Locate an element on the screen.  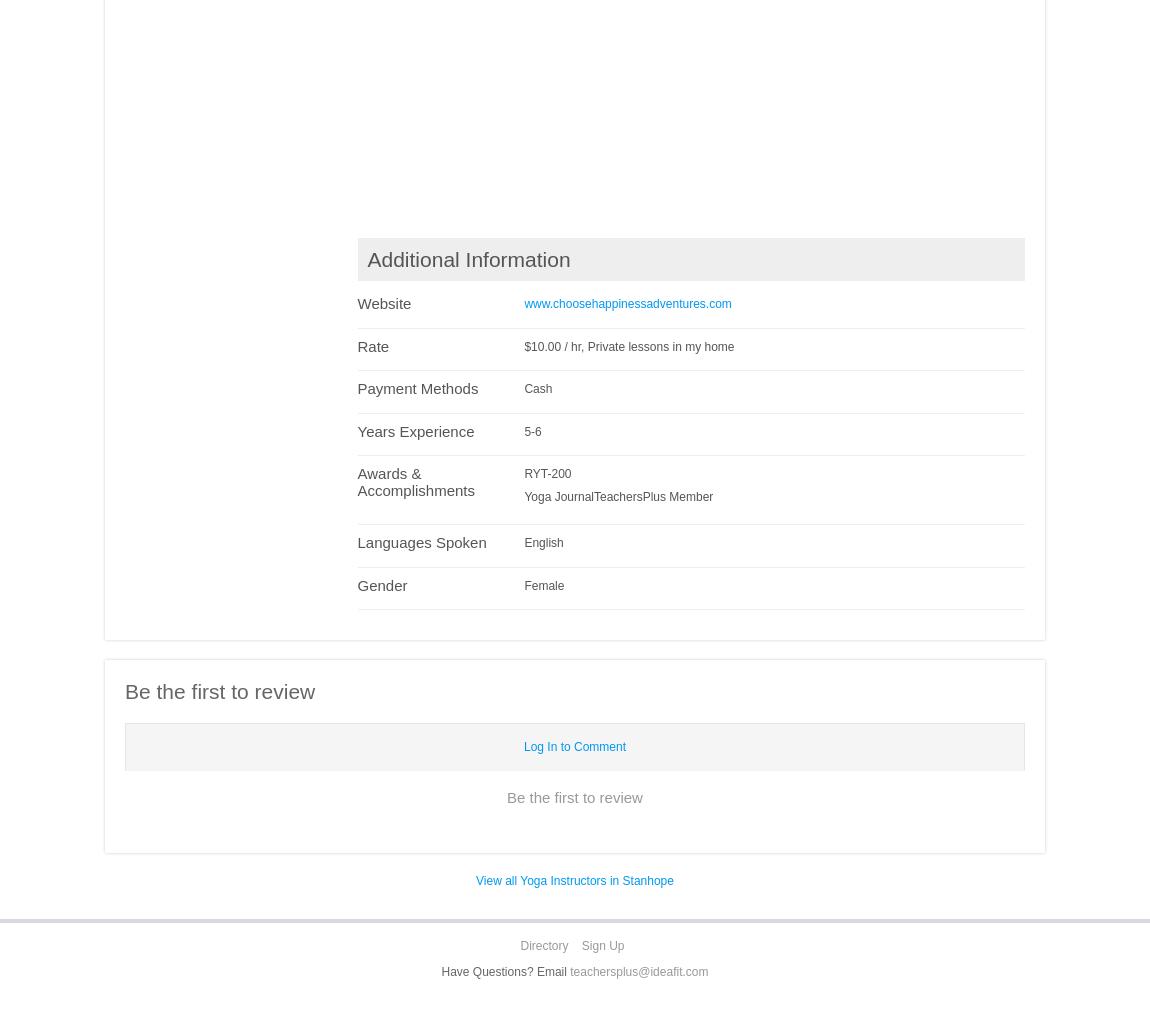
'Female' is located at coordinates (543, 584).